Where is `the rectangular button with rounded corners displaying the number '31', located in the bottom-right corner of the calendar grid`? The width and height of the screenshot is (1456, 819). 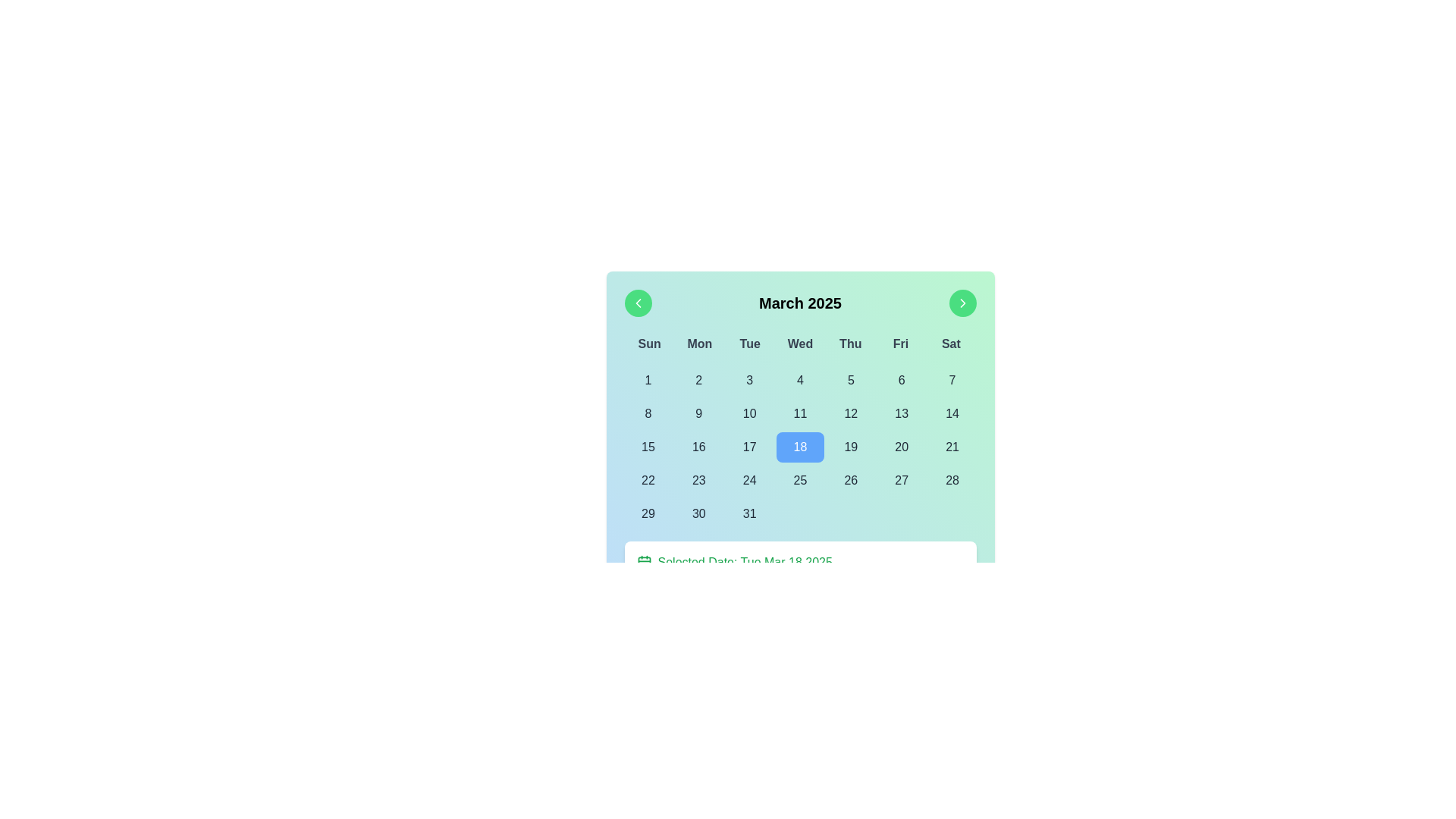 the rectangular button with rounded corners displaying the number '31', located in the bottom-right corner of the calendar grid is located at coordinates (749, 513).